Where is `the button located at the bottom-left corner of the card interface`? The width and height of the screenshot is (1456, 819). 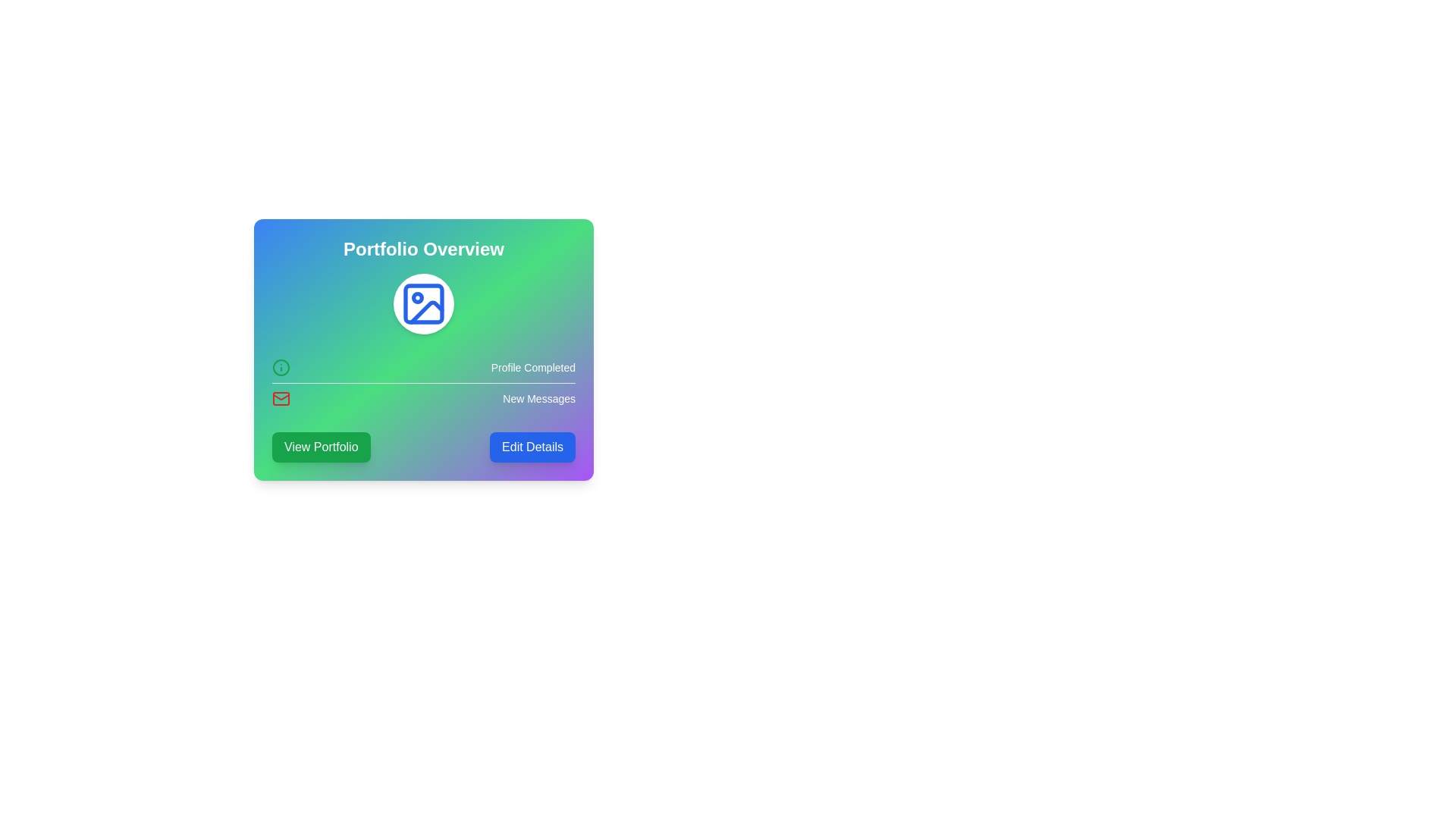
the button located at the bottom-left corner of the card interface is located at coordinates (320, 447).